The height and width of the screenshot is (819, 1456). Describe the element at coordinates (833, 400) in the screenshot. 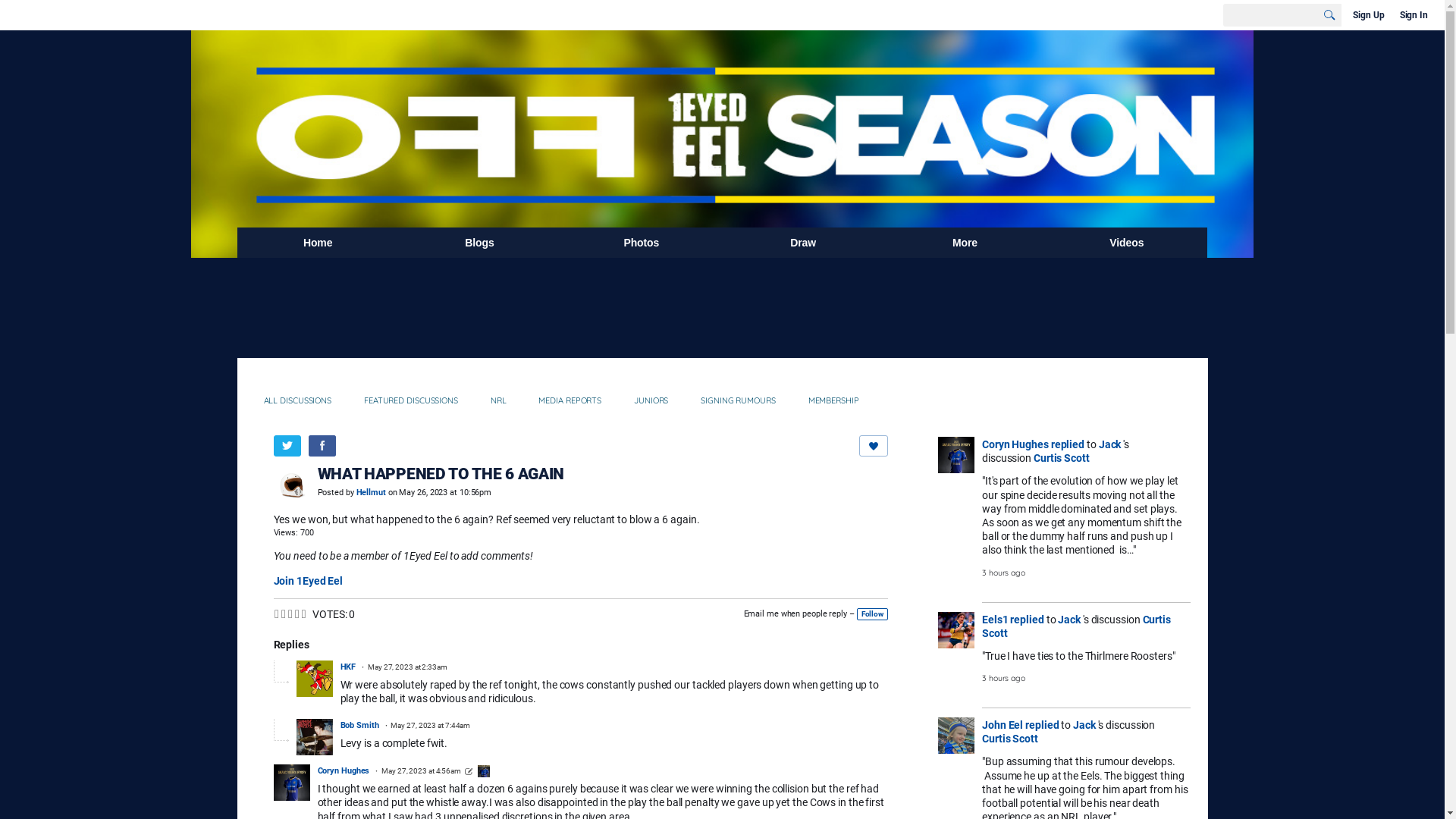

I see `'MEMBERSHIP'` at that location.